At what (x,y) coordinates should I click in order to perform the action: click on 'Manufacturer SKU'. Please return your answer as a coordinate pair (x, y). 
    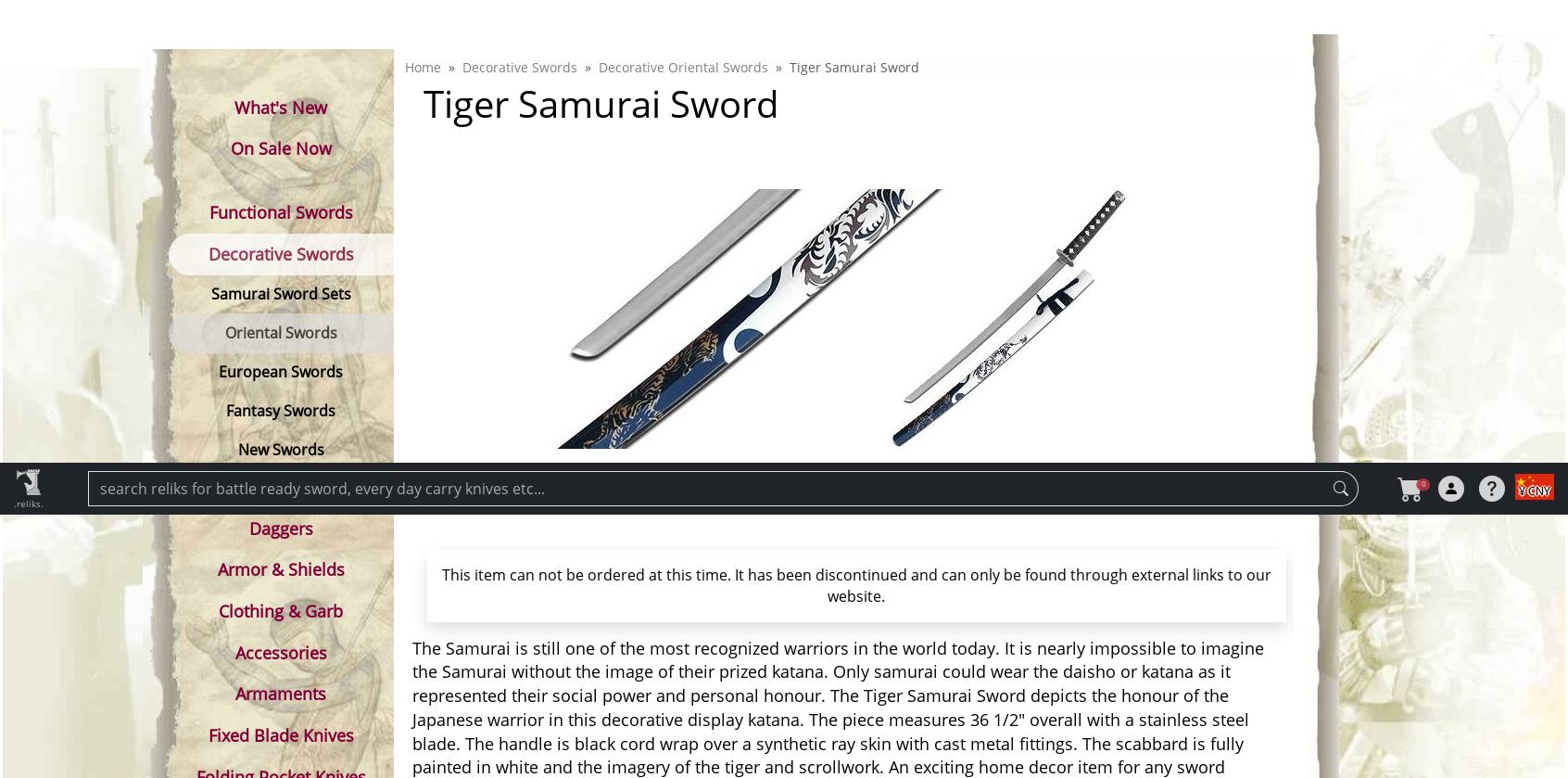
    Looking at the image, I should click on (483, 680).